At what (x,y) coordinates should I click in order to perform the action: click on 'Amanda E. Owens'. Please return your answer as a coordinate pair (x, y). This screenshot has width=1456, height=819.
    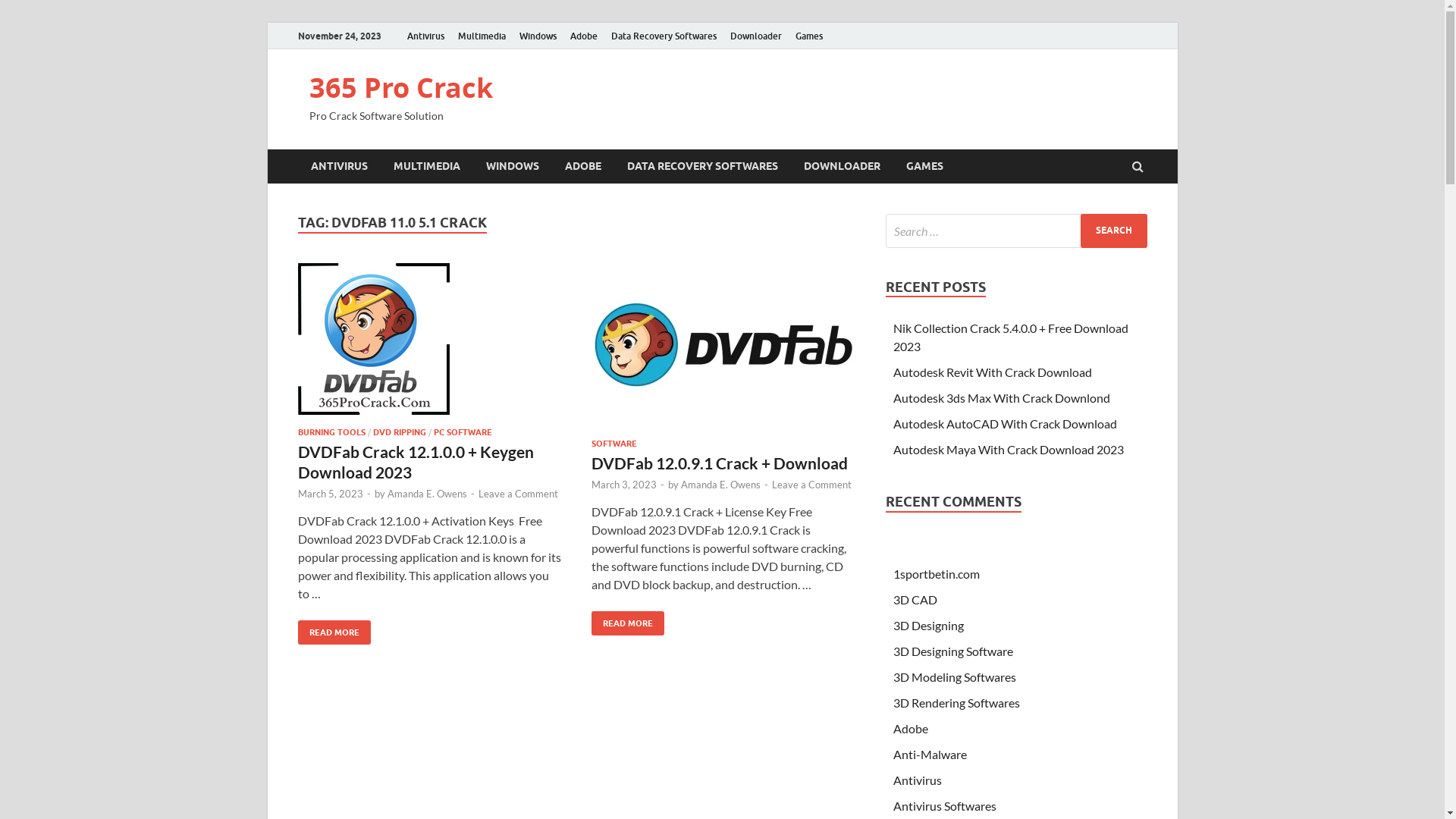
    Looking at the image, I should click on (720, 485).